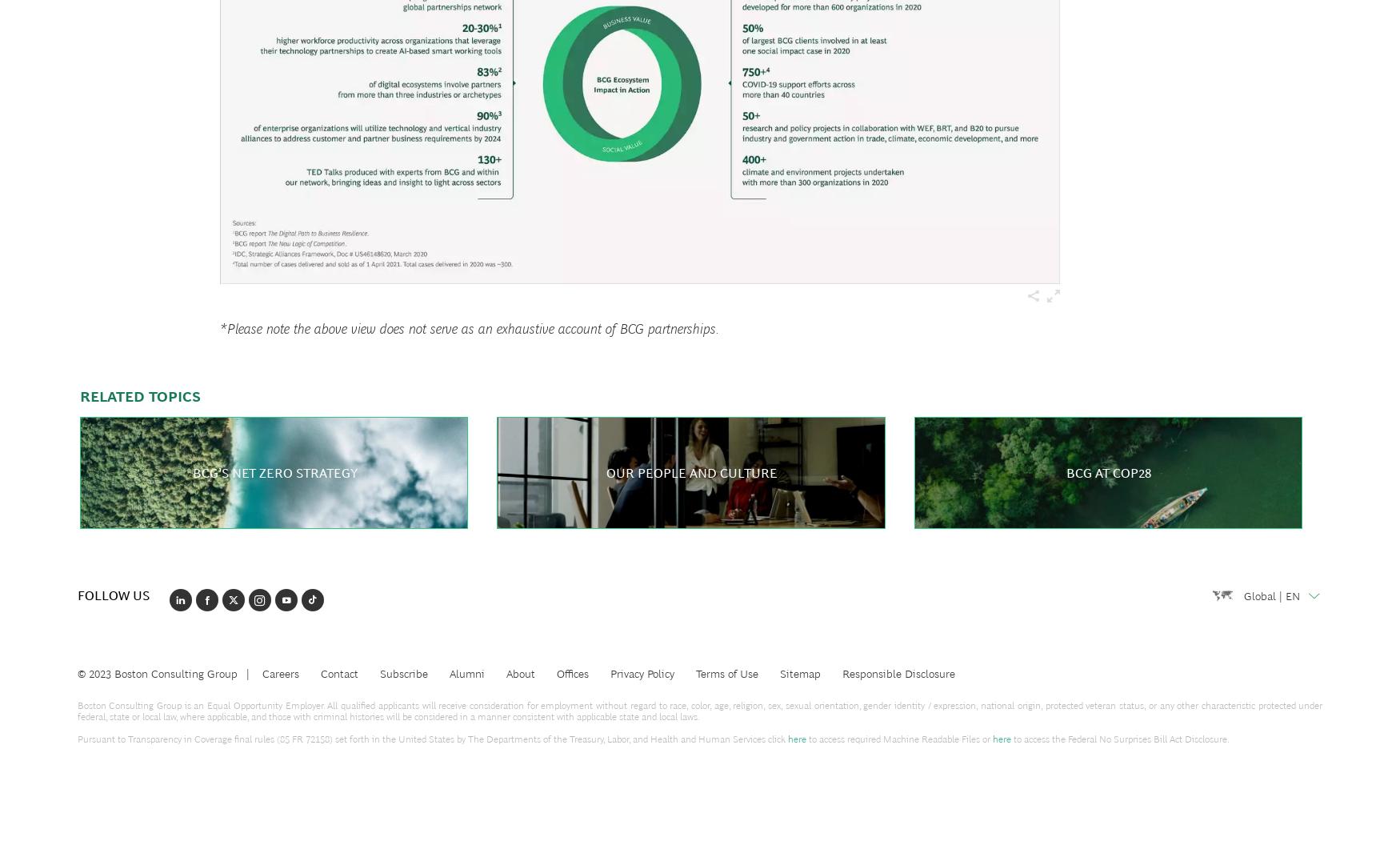 The height and width of the screenshot is (841, 1400). What do you see at coordinates (898, 673) in the screenshot?
I see `'Responsible Disclosure'` at bounding box center [898, 673].